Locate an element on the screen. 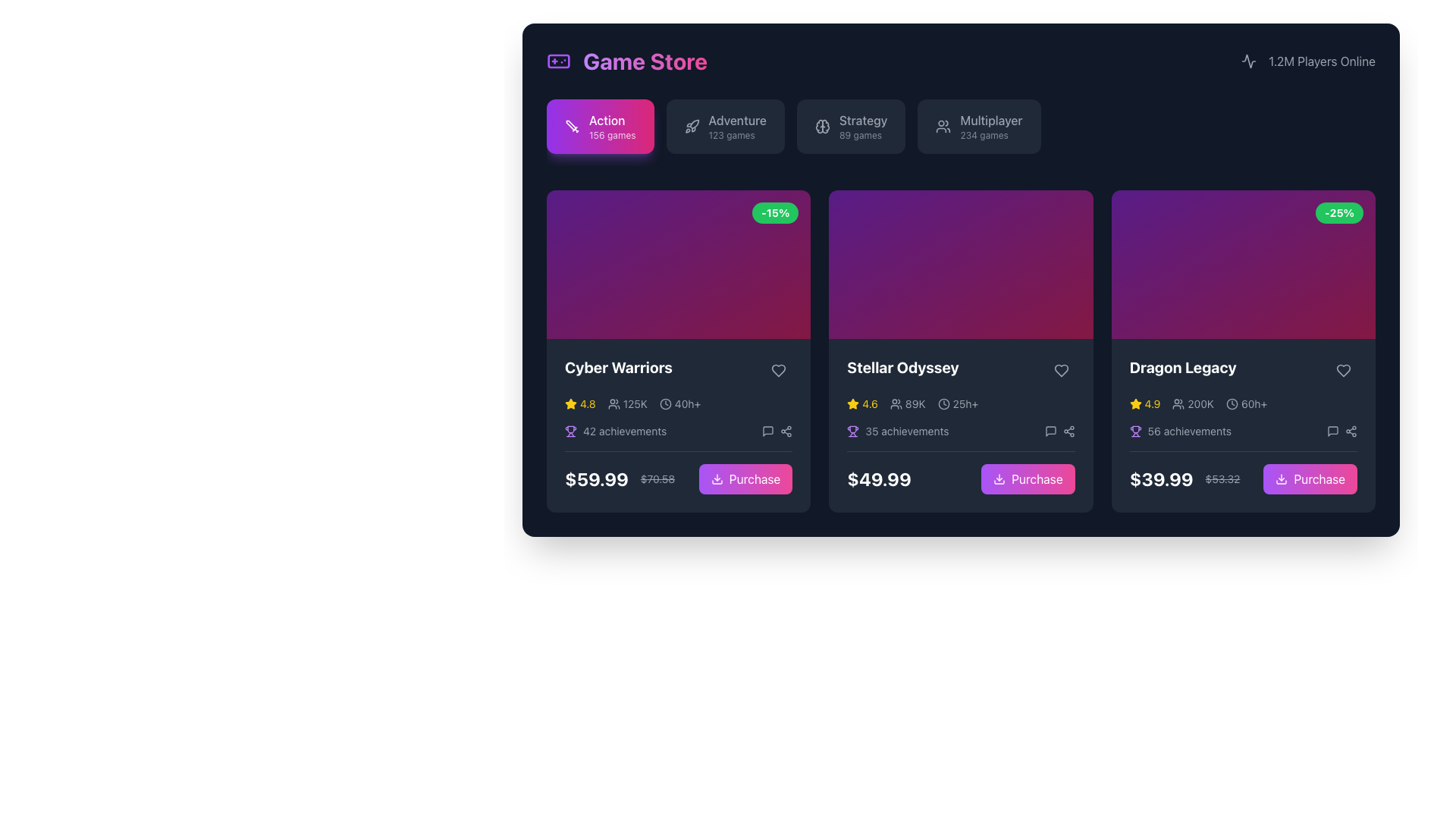 The image size is (1456, 819). the yellow star icon and the numerical rating '4.9' in the rating display located at the bottom of the rightmost card is located at coordinates (1144, 403).